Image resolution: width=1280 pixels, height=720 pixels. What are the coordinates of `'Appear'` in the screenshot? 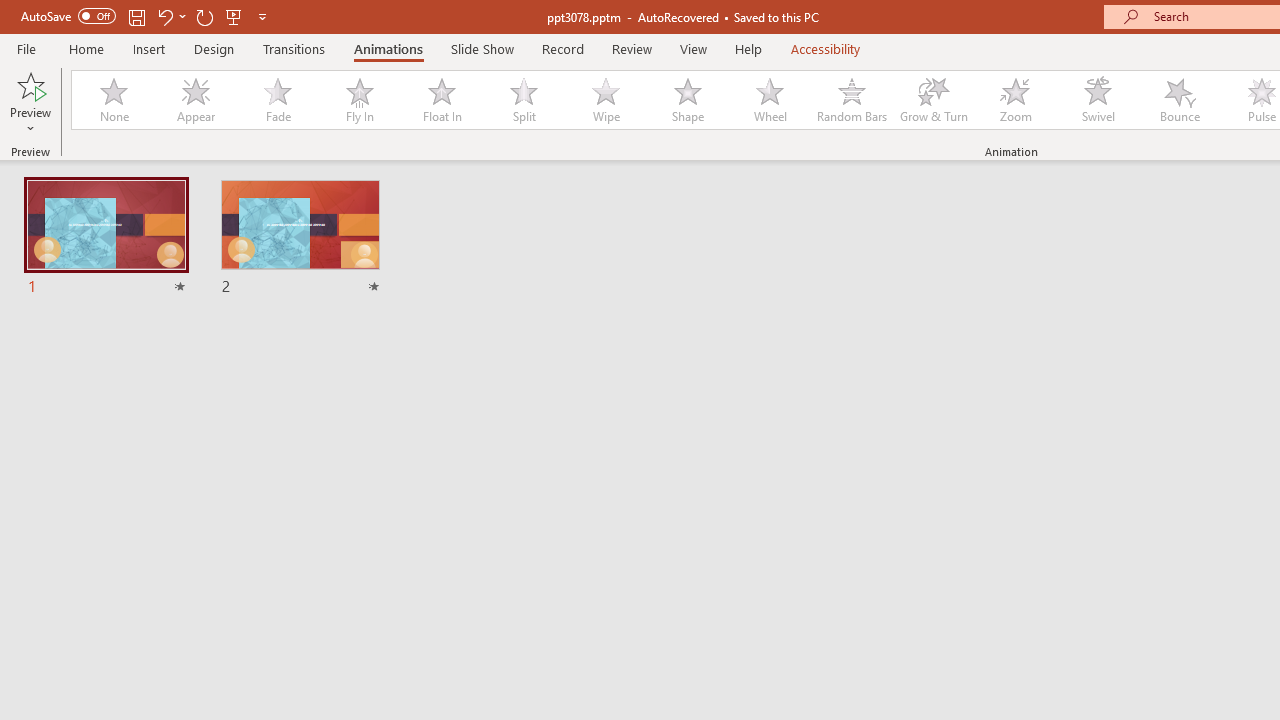 It's located at (195, 100).